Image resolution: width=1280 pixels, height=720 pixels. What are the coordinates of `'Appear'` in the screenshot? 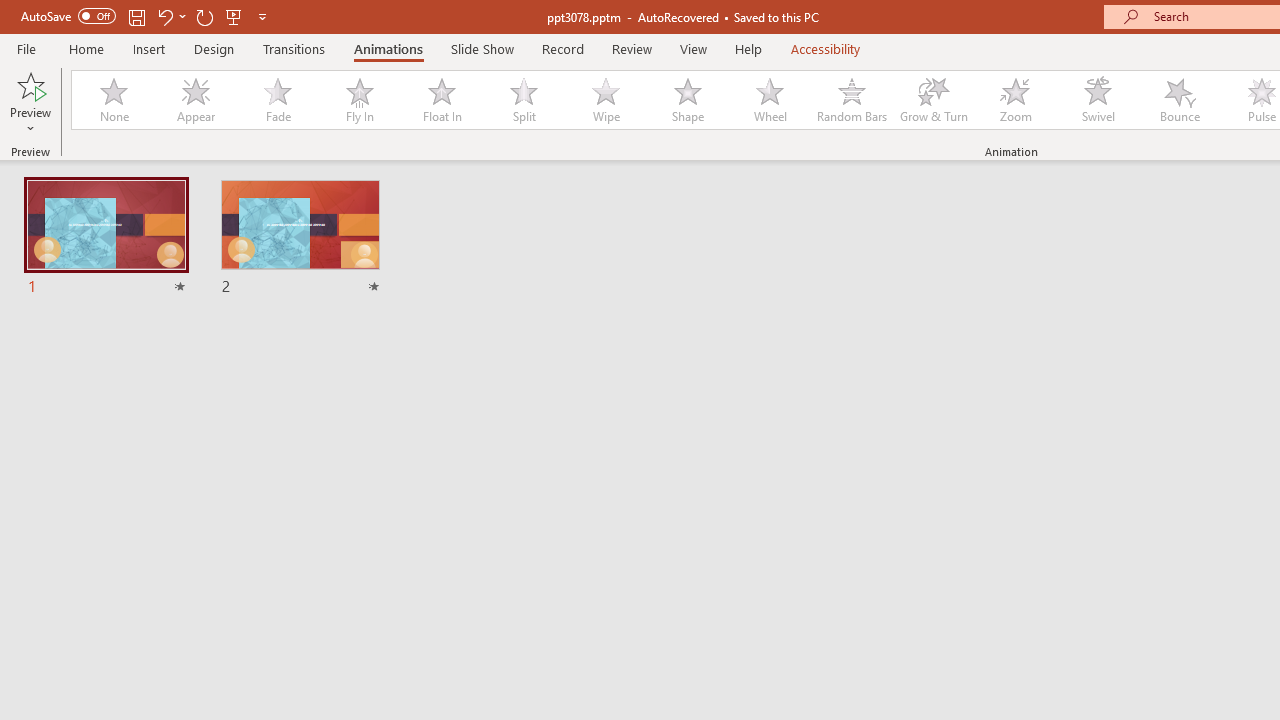 It's located at (195, 100).